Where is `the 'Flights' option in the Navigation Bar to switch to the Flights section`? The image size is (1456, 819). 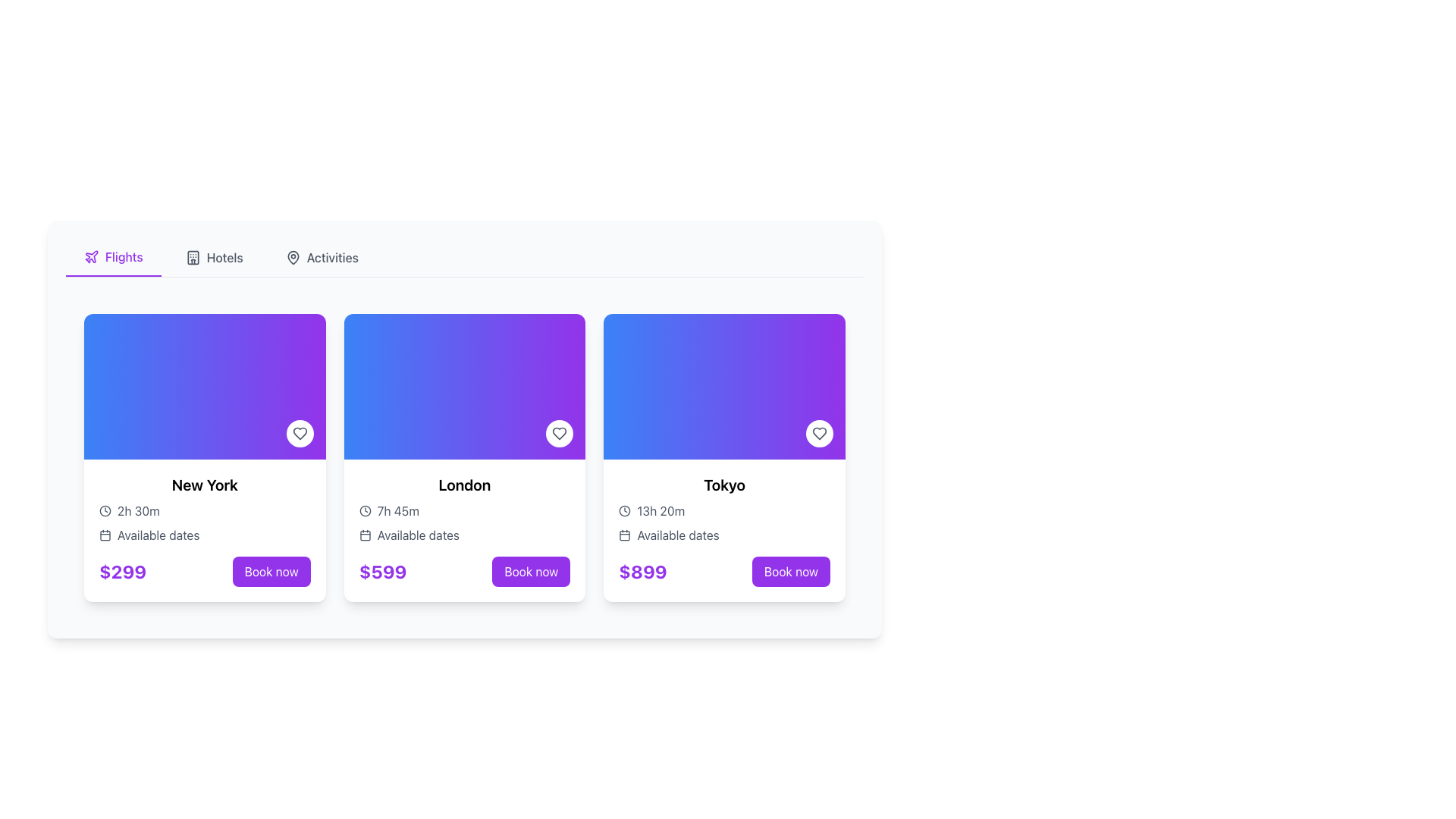
the 'Flights' option in the Navigation Bar to switch to the Flights section is located at coordinates (464, 256).